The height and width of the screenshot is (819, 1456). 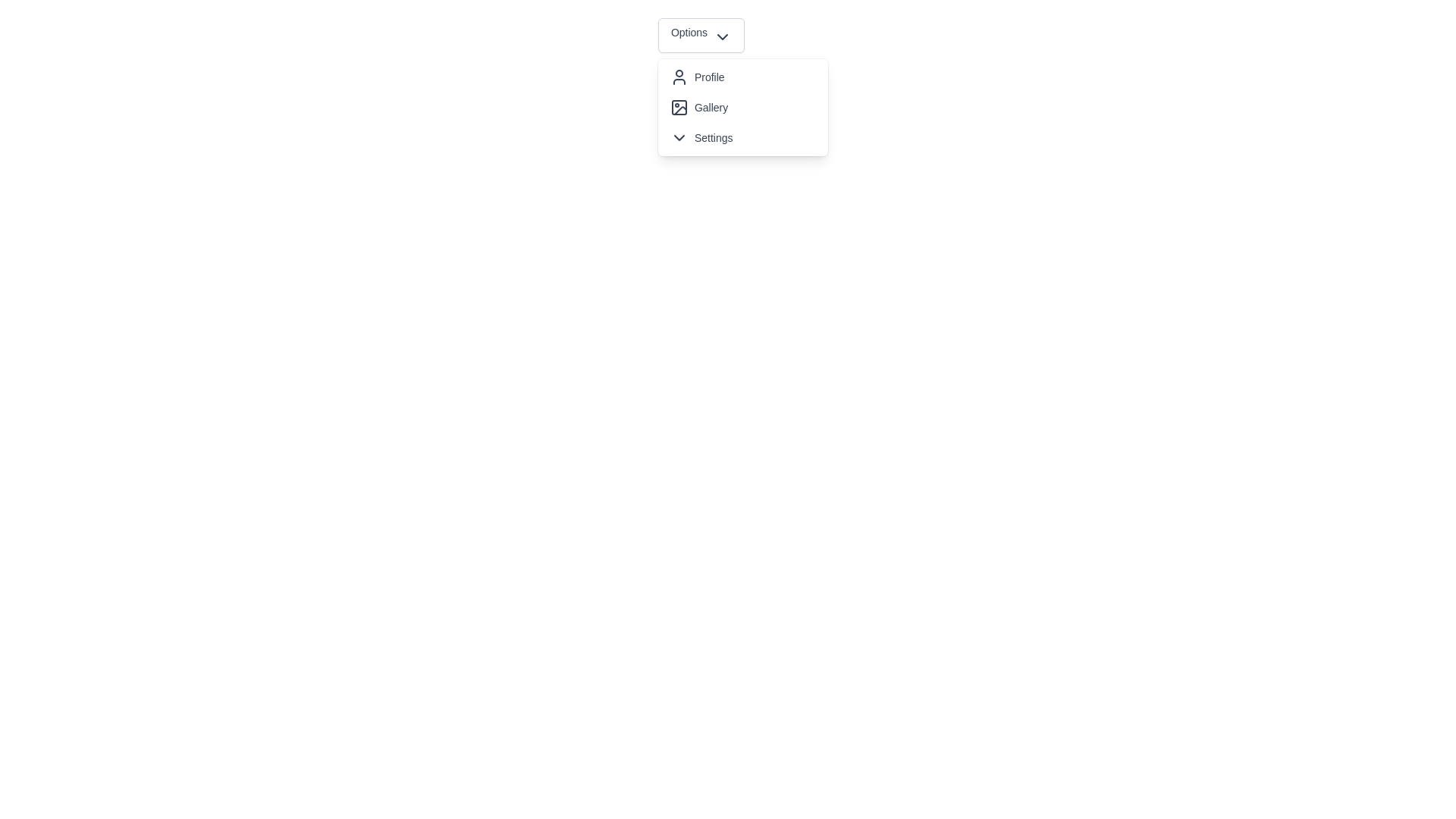 What do you see at coordinates (678, 77) in the screenshot?
I see `the user icon depicted as a silhouette of a head and shoulders, which is part of the dropdown menu under the 'Profile' option` at bounding box center [678, 77].